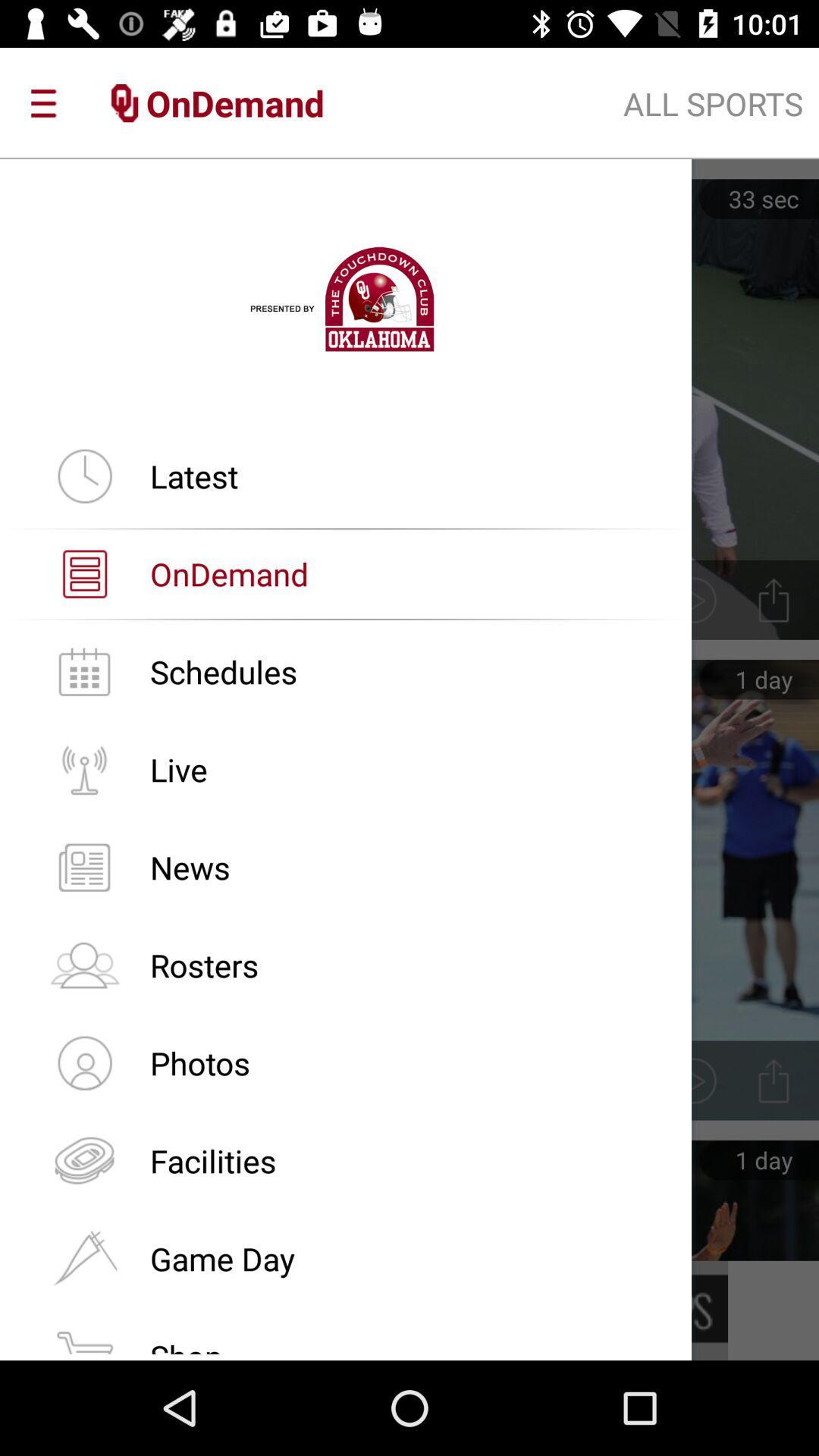 This screenshot has width=819, height=1456. Describe the element at coordinates (773, 1080) in the screenshot. I see `icon which is right to photos` at that location.